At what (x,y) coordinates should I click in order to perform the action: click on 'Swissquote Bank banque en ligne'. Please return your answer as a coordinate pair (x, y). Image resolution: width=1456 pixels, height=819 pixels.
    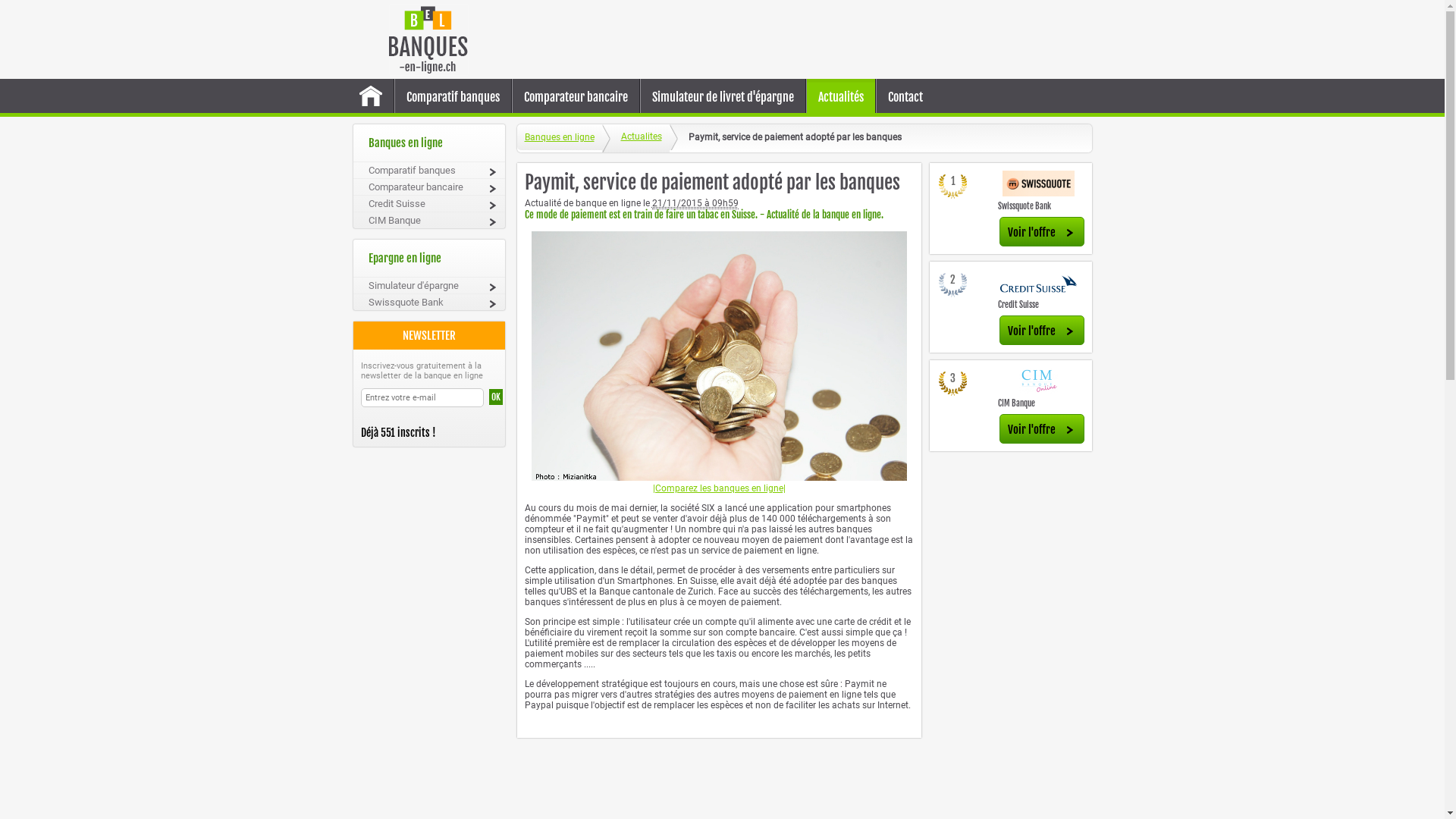
    Looking at the image, I should click on (1037, 184).